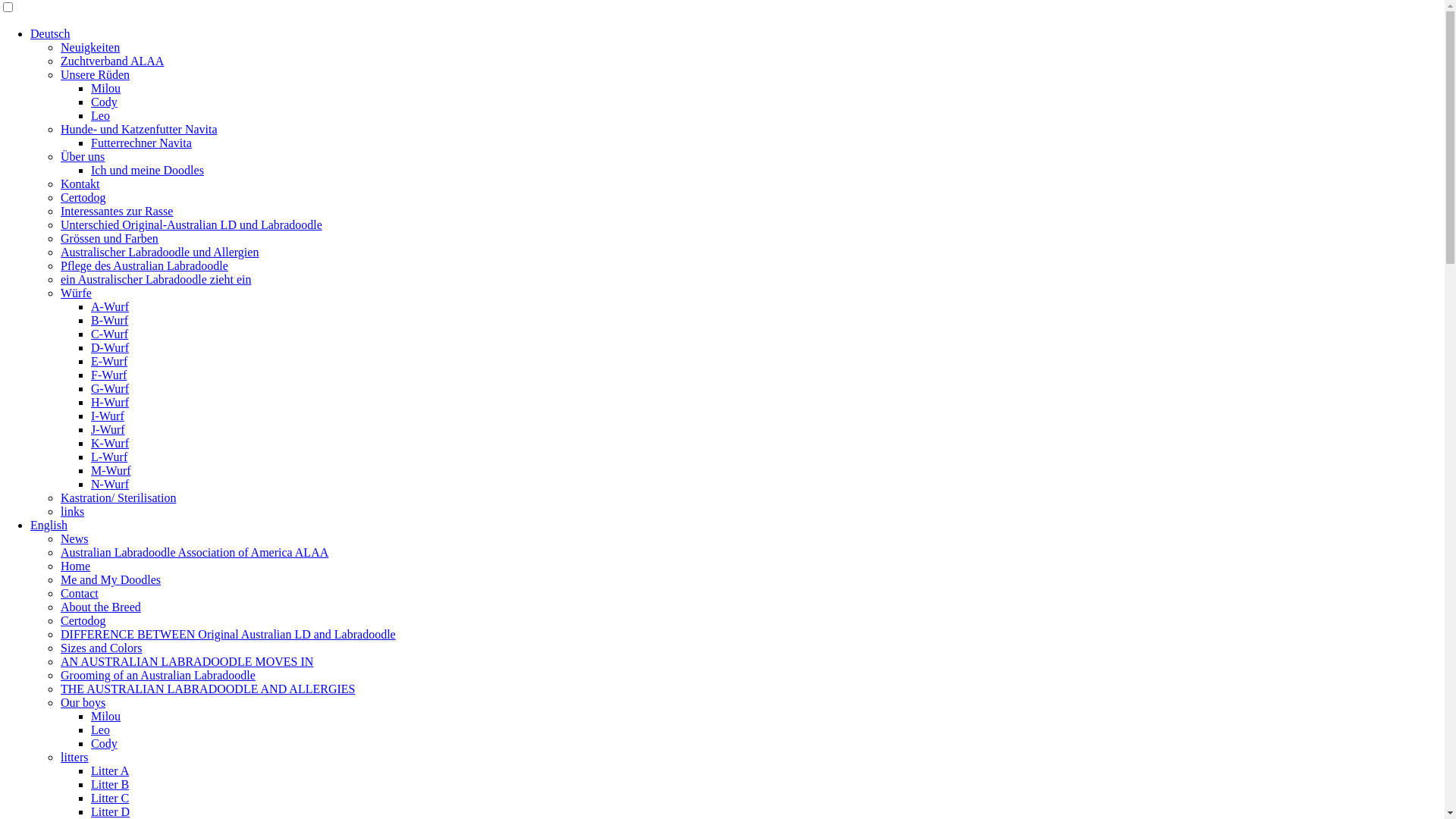 Image resolution: width=1456 pixels, height=819 pixels. I want to click on 'Milou', so click(105, 88).